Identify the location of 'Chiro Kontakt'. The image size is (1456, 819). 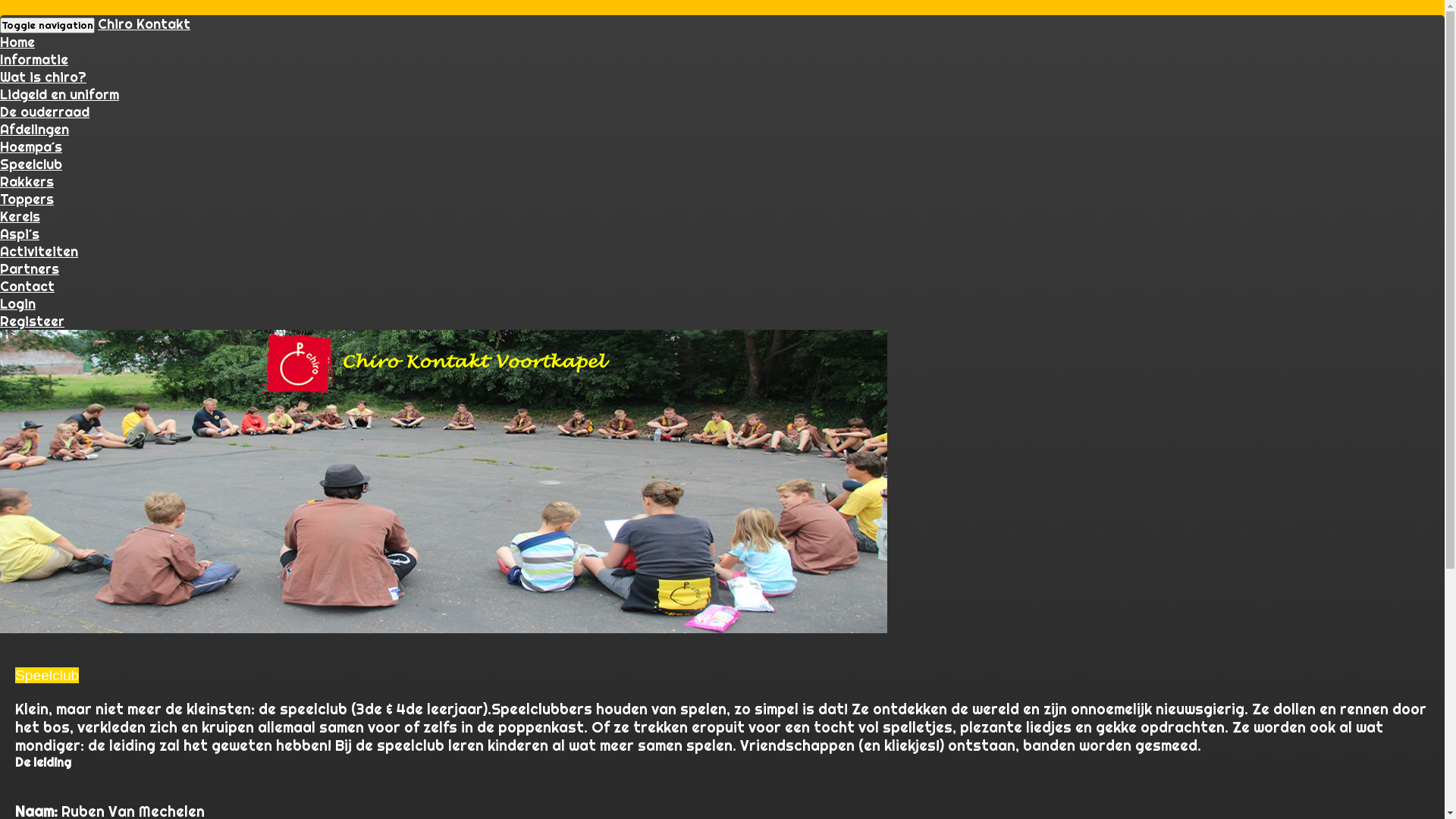
(97, 24).